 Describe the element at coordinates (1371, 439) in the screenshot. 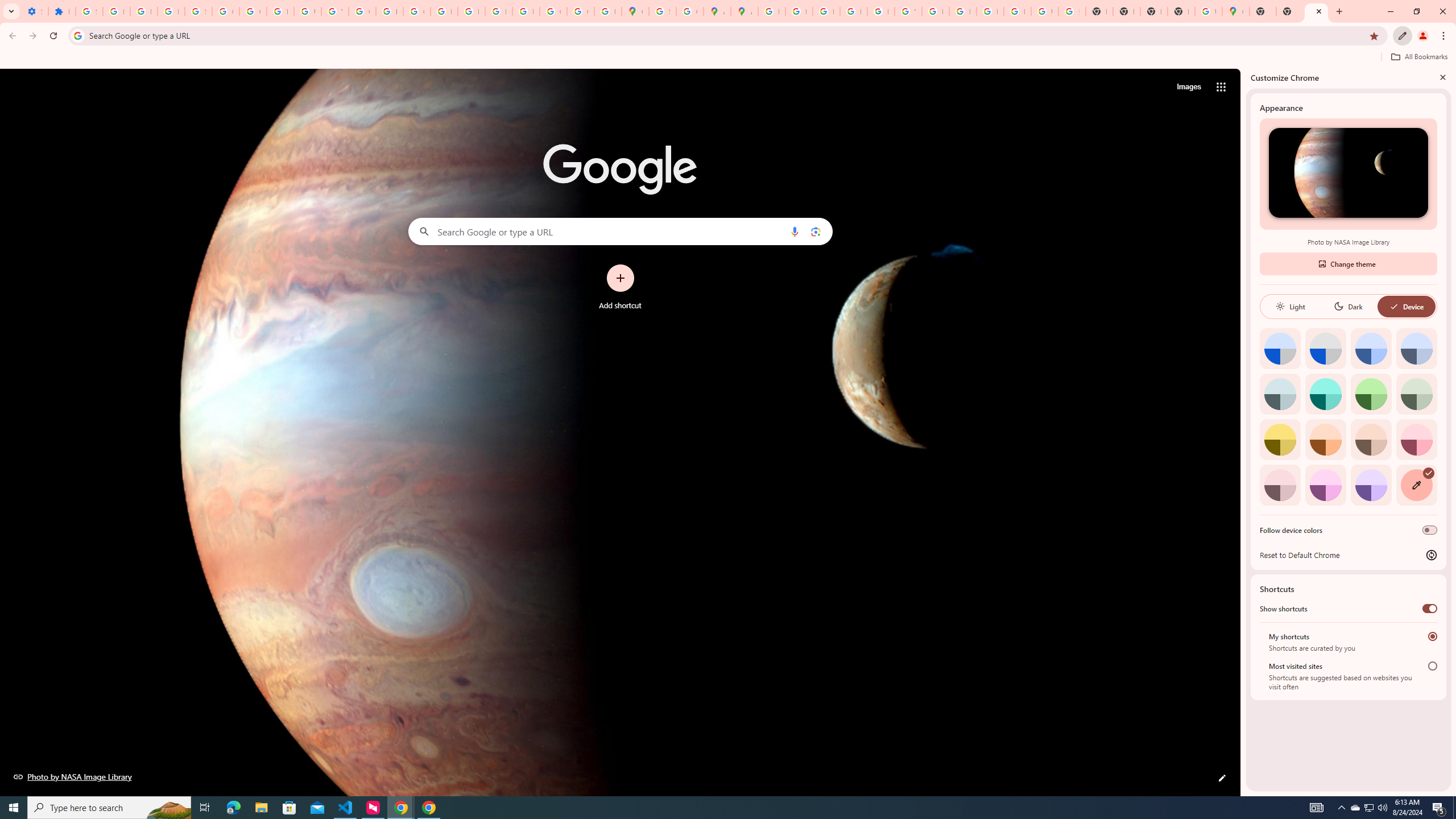

I see `'Apricot'` at that location.